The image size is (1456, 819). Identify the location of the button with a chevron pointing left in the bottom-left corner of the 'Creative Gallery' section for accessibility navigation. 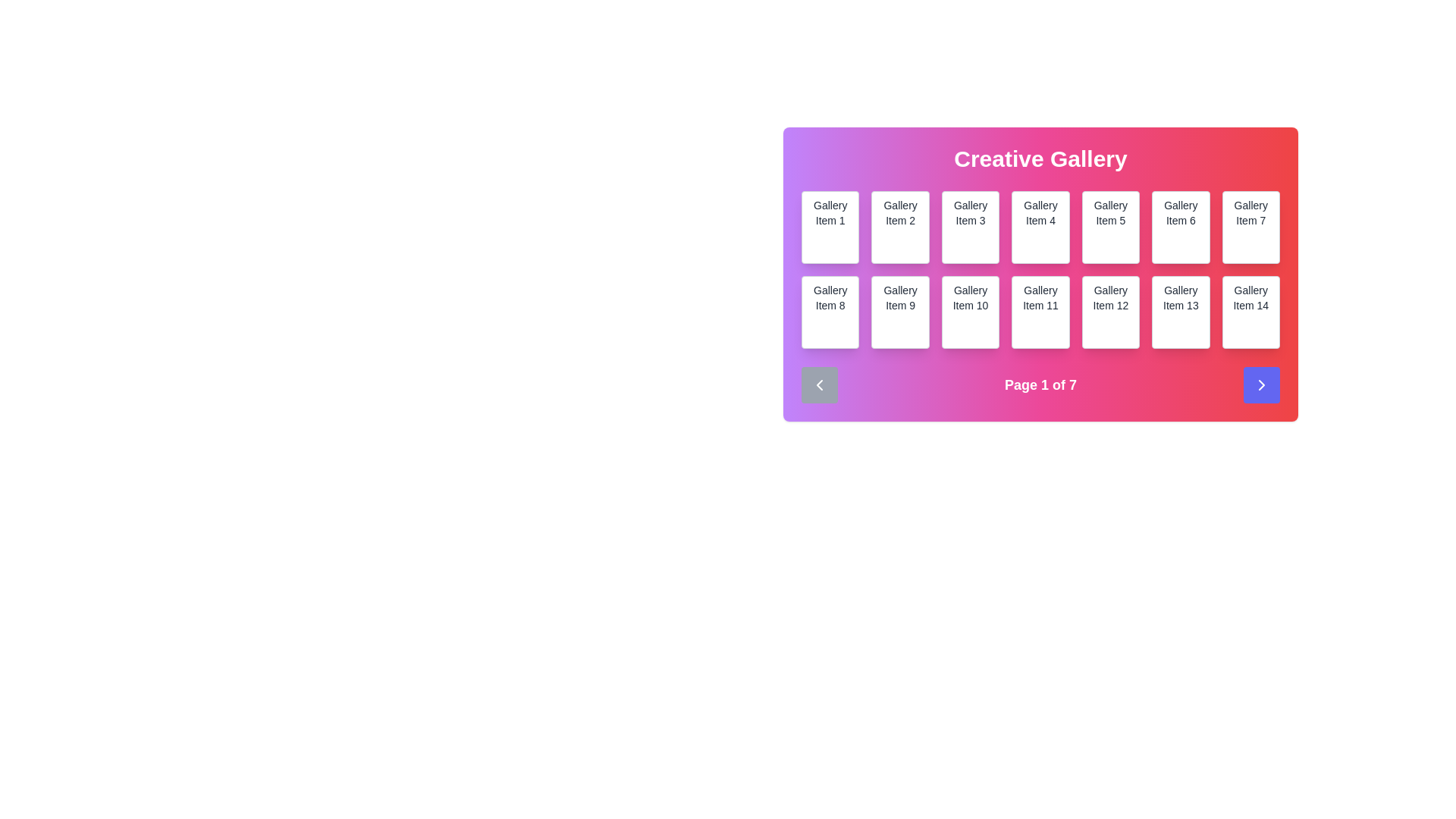
(818, 384).